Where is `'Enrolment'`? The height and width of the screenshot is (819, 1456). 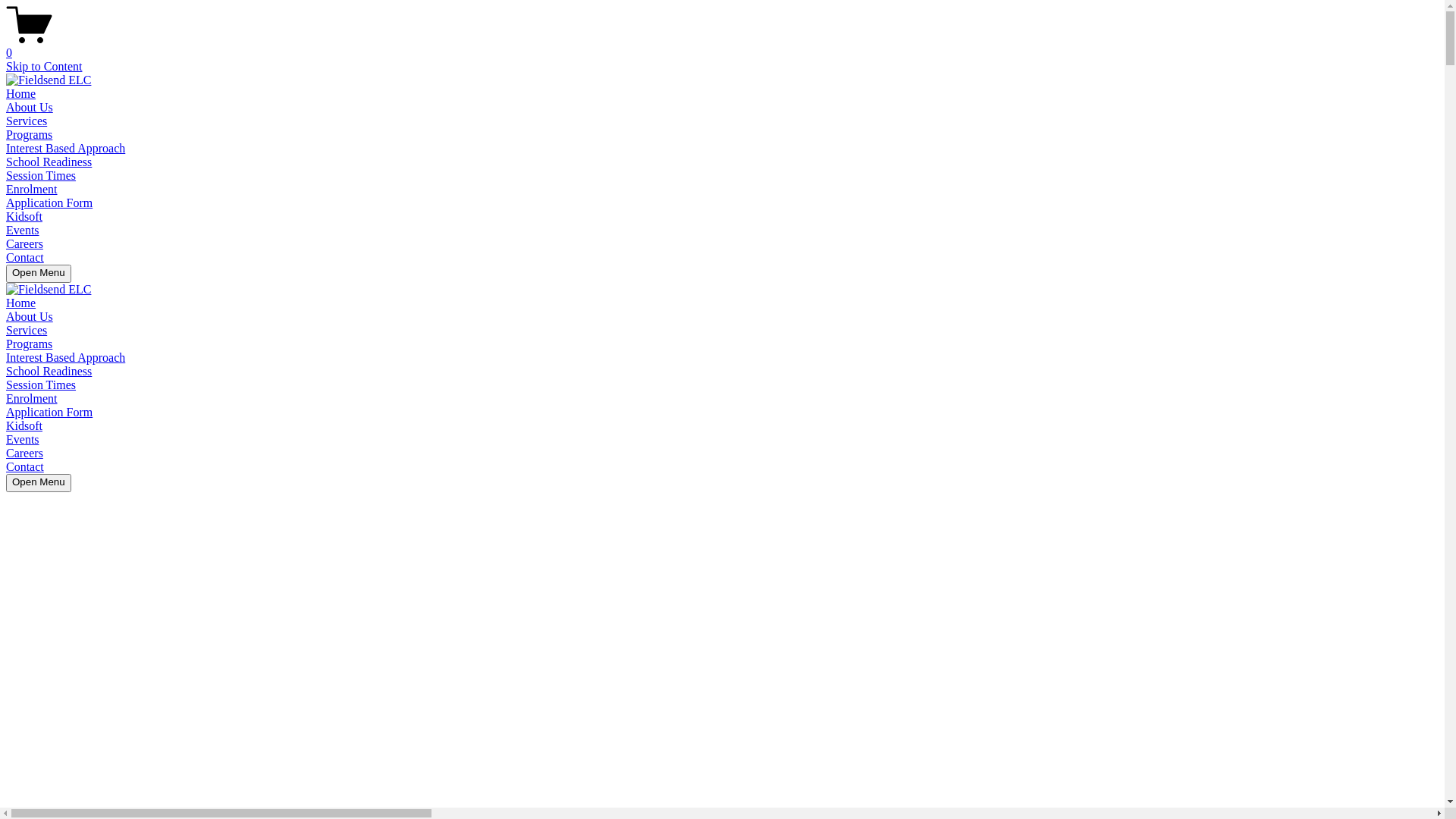 'Enrolment' is located at coordinates (6, 397).